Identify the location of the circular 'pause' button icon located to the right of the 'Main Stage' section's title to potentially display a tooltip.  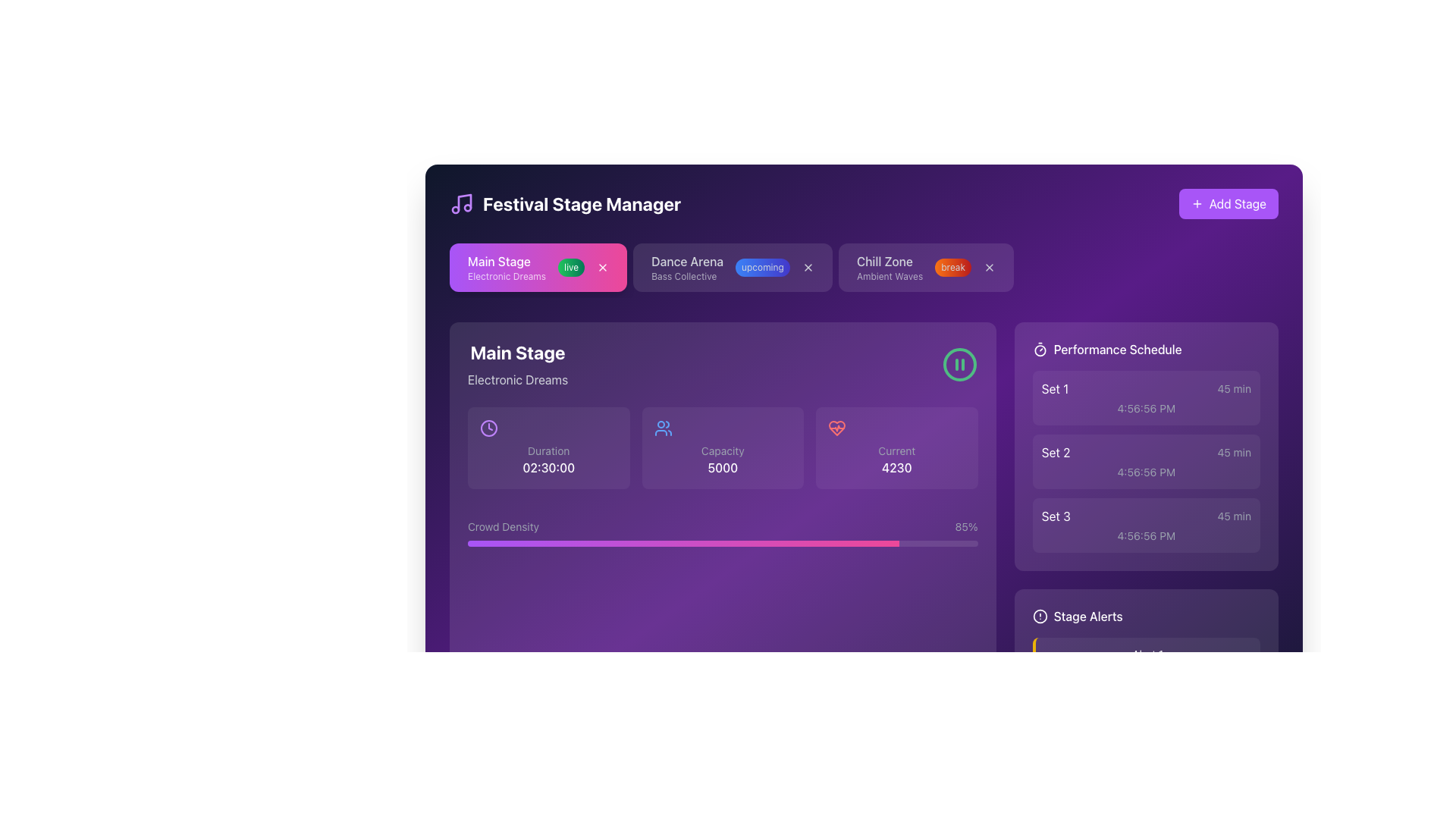
(959, 365).